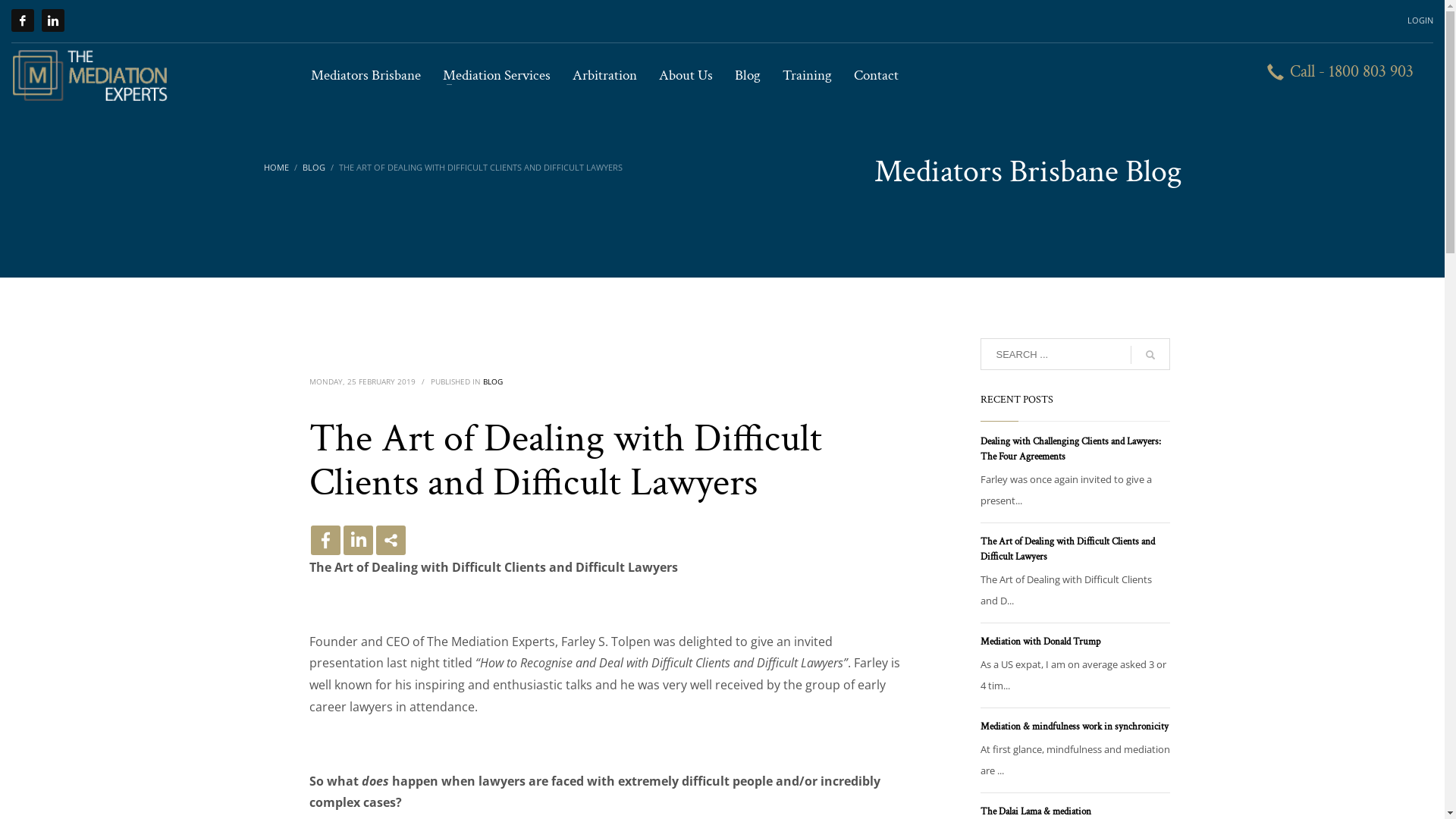  I want to click on 'Mediators Brisbane', so click(366, 76).